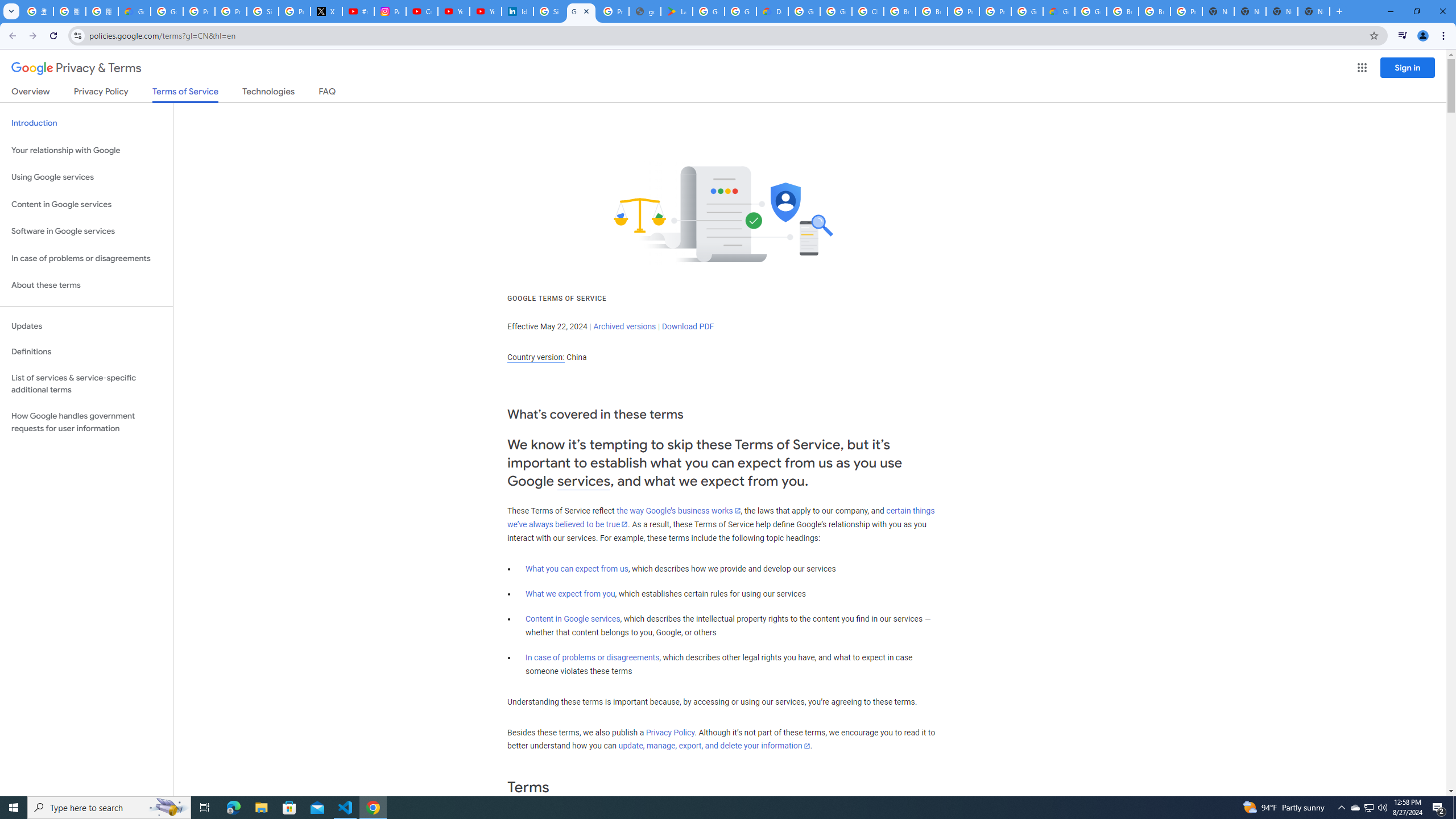 The height and width of the screenshot is (819, 1456). I want to click on 'New Tab', so click(1282, 11).